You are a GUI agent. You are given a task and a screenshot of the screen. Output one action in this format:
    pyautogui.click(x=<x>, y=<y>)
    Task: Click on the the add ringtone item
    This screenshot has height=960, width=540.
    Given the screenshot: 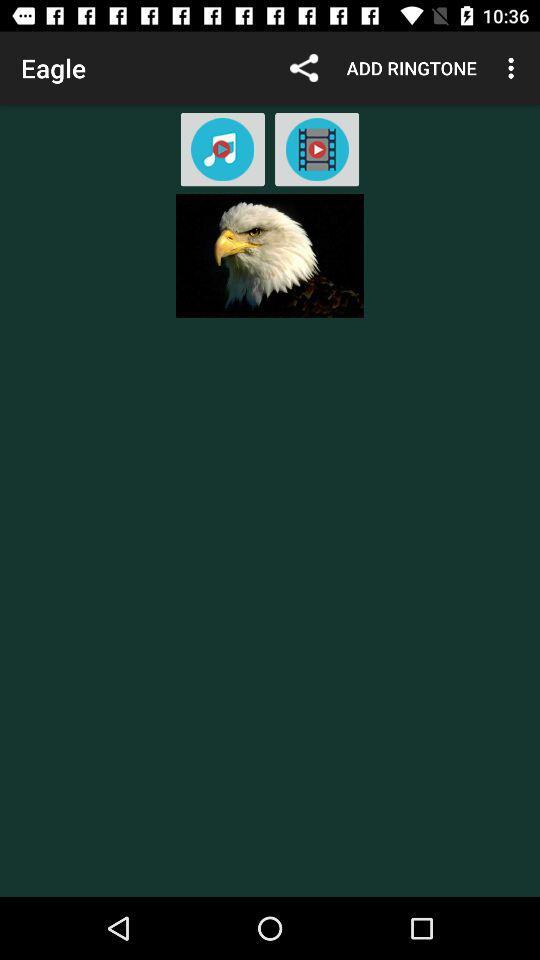 What is the action you would take?
    pyautogui.click(x=410, y=68)
    